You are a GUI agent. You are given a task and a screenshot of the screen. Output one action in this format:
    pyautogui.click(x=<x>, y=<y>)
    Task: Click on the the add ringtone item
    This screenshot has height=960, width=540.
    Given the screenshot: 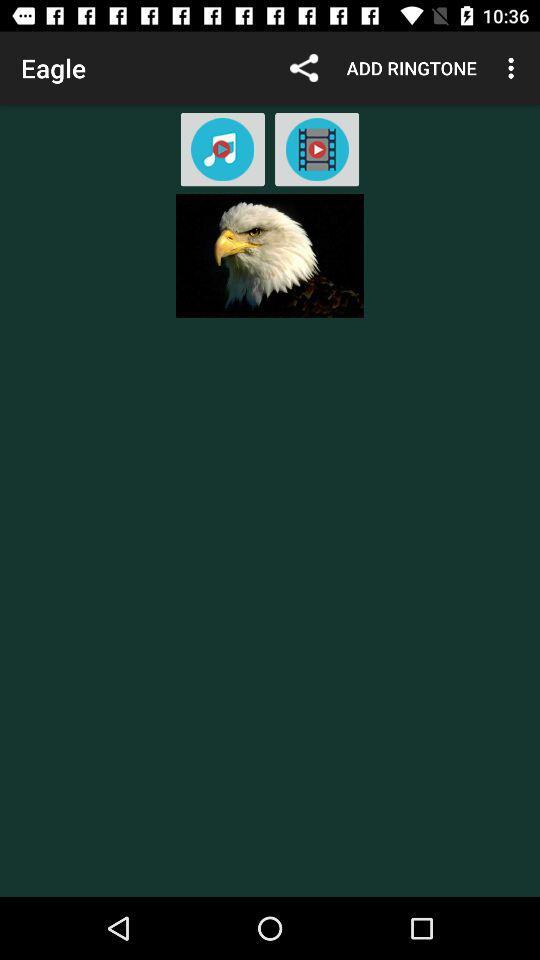 What is the action you would take?
    pyautogui.click(x=410, y=68)
    